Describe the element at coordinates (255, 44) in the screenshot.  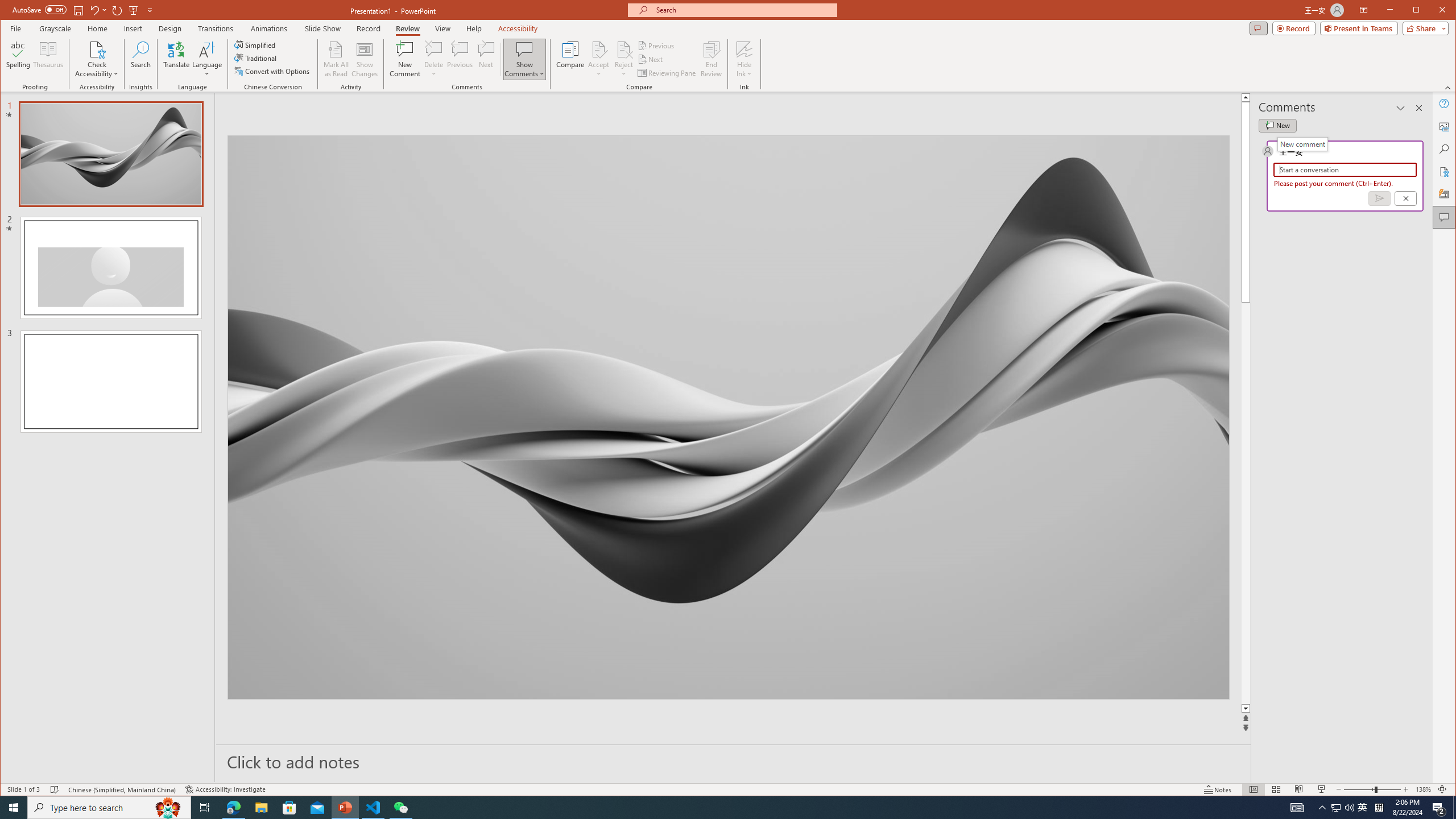
I see `'Simplified'` at that location.